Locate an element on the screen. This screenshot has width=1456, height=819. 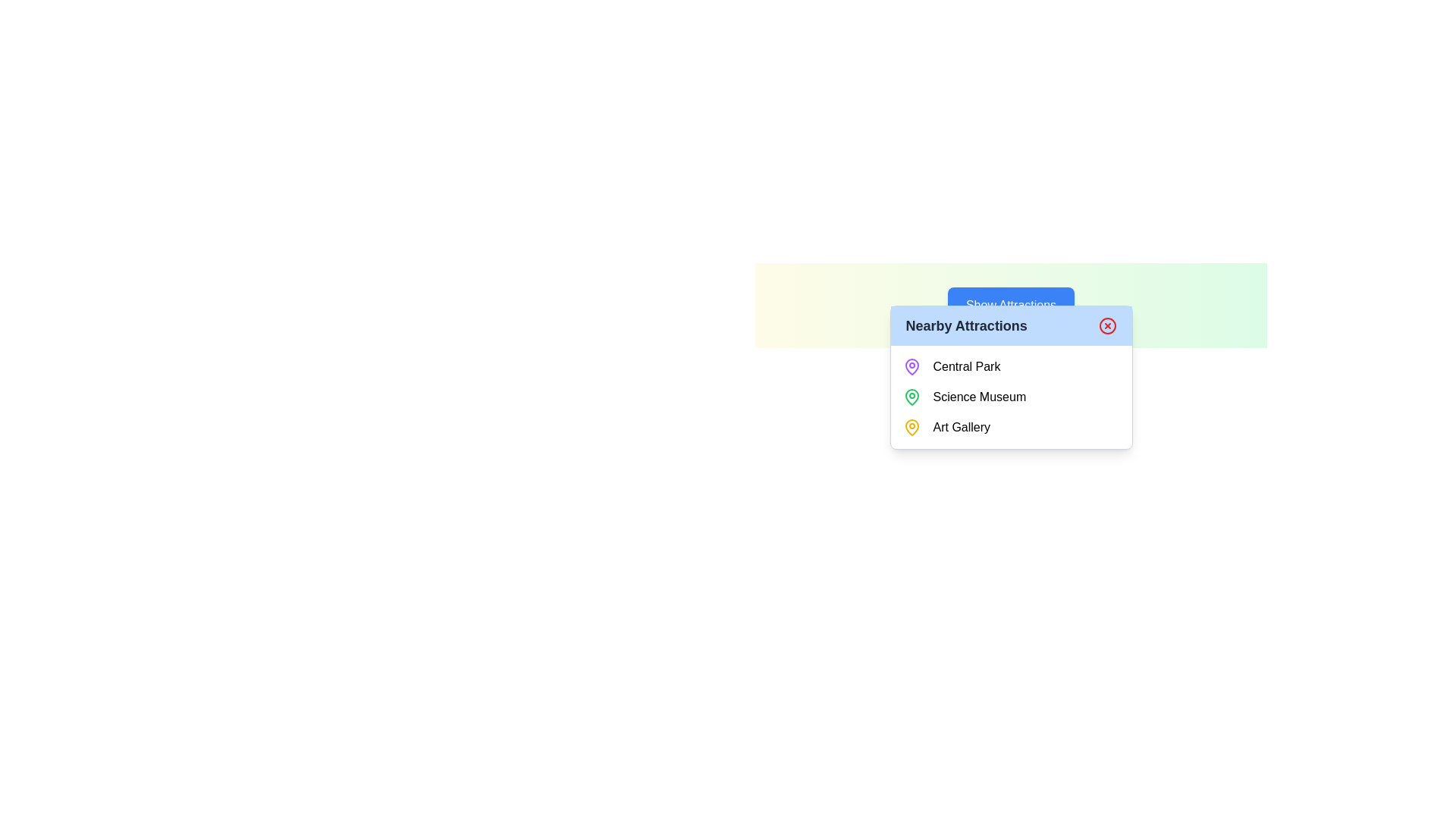
the 'Nearby Attractions' modal is located at coordinates (1011, 376).